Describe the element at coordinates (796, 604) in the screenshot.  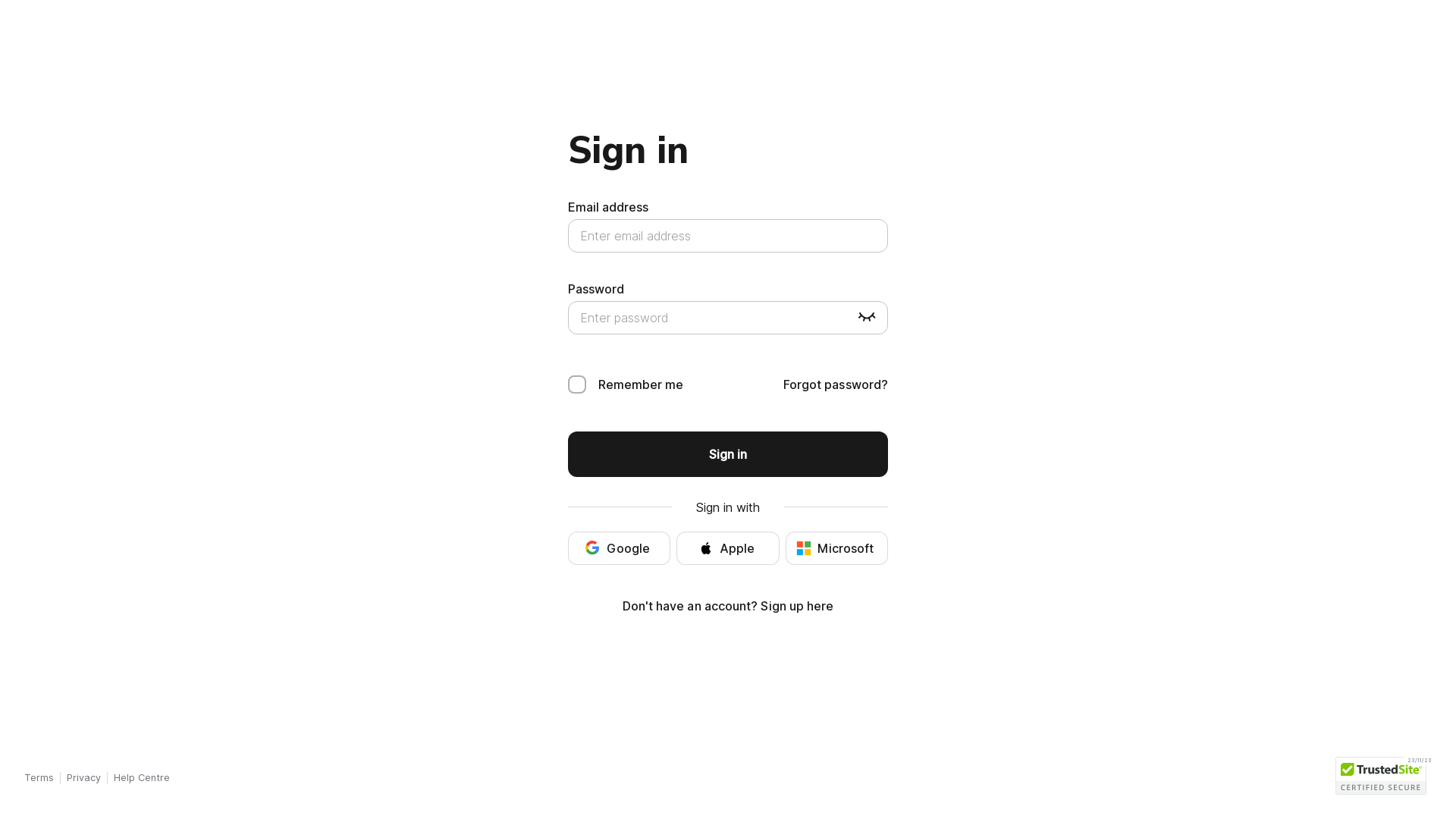
I see `'Sign up here'` at that location.